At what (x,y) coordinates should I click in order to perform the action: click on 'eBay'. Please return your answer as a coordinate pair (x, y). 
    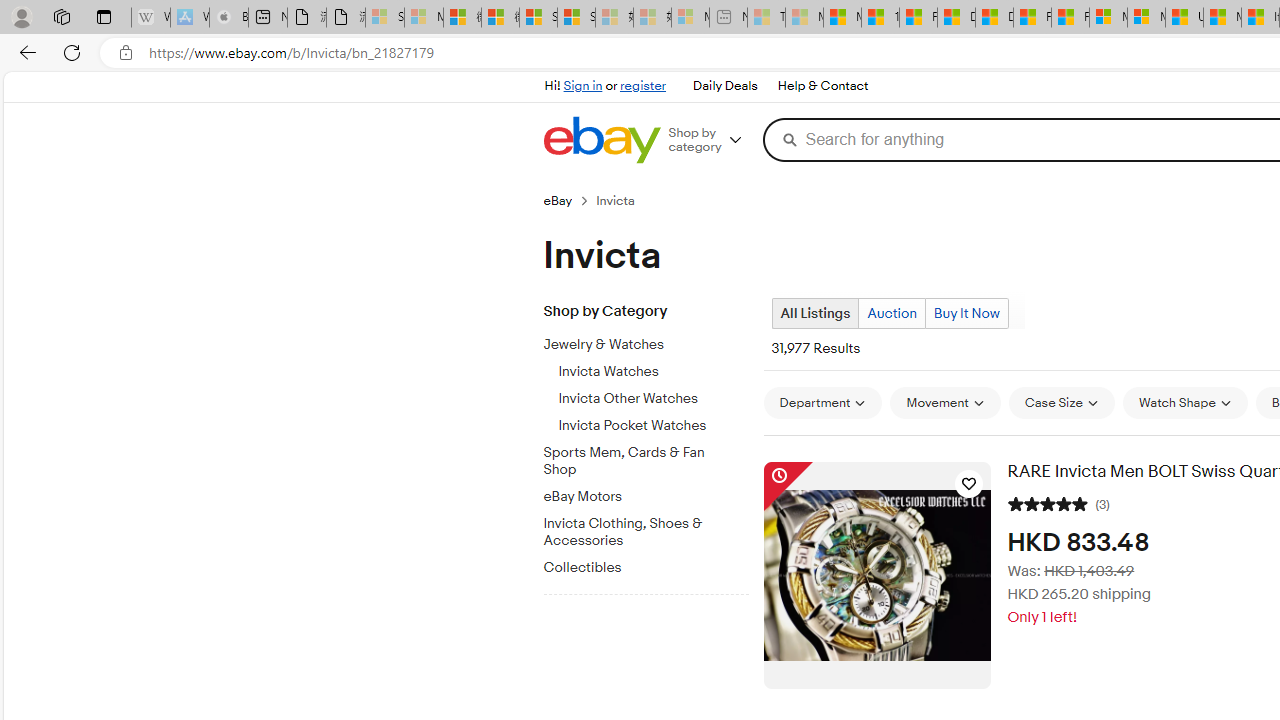
    Looking at the image, I should click on (558, 200).